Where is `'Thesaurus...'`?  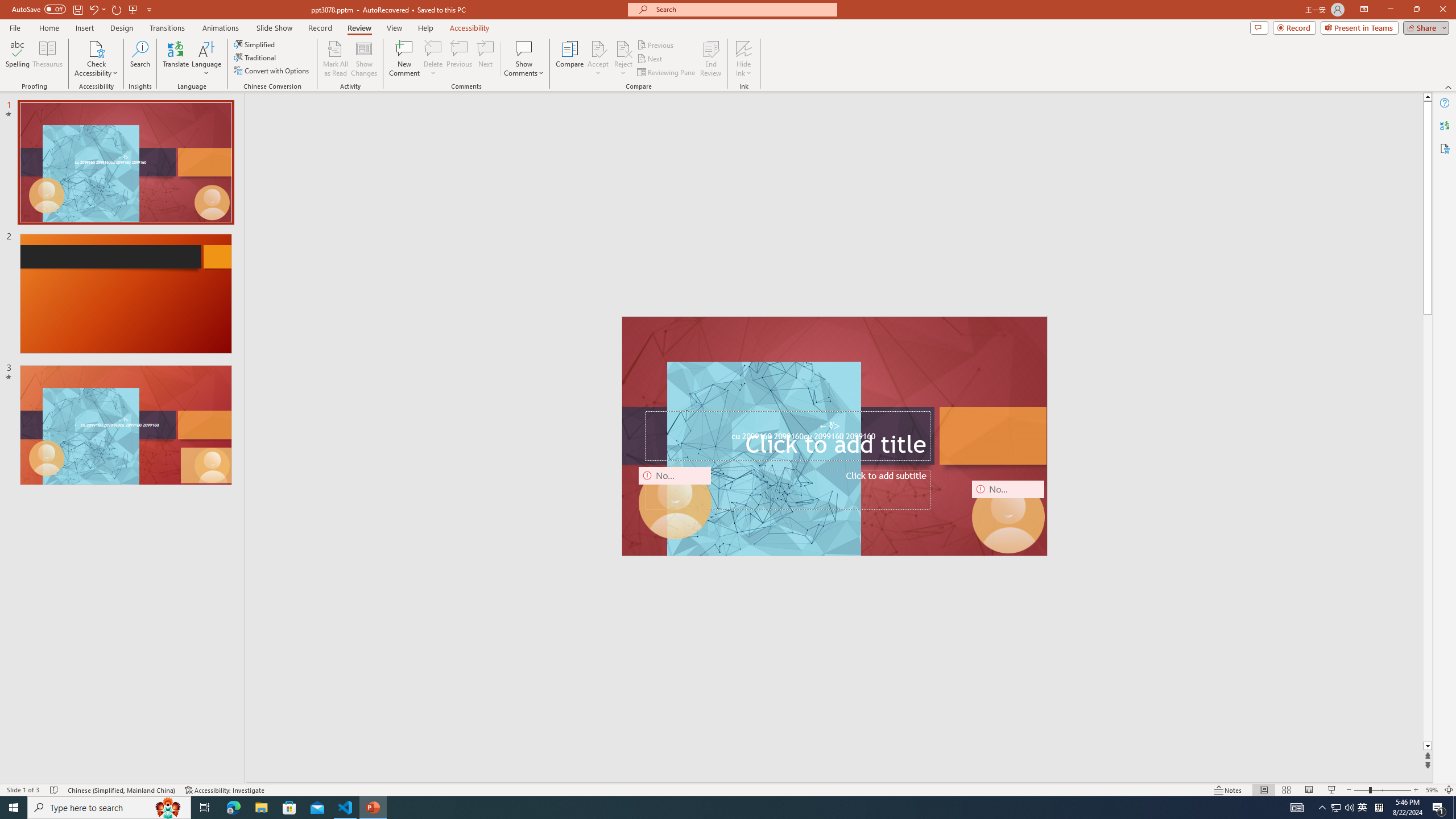 'Thesaurus...' is located at coordinates (47, 59).